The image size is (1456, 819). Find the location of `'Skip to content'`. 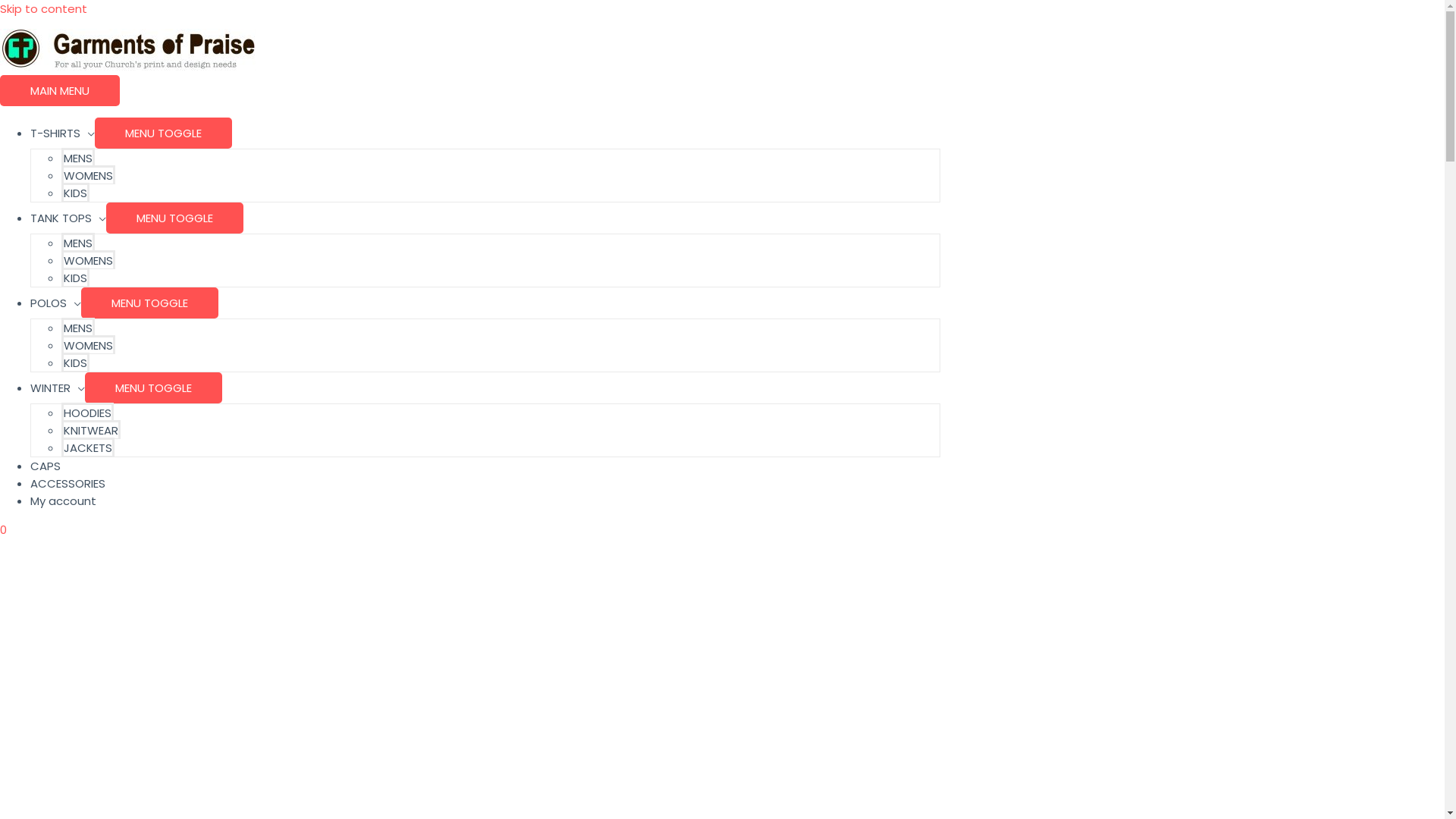

'Skip to content' is located at coordinates (43, 8).